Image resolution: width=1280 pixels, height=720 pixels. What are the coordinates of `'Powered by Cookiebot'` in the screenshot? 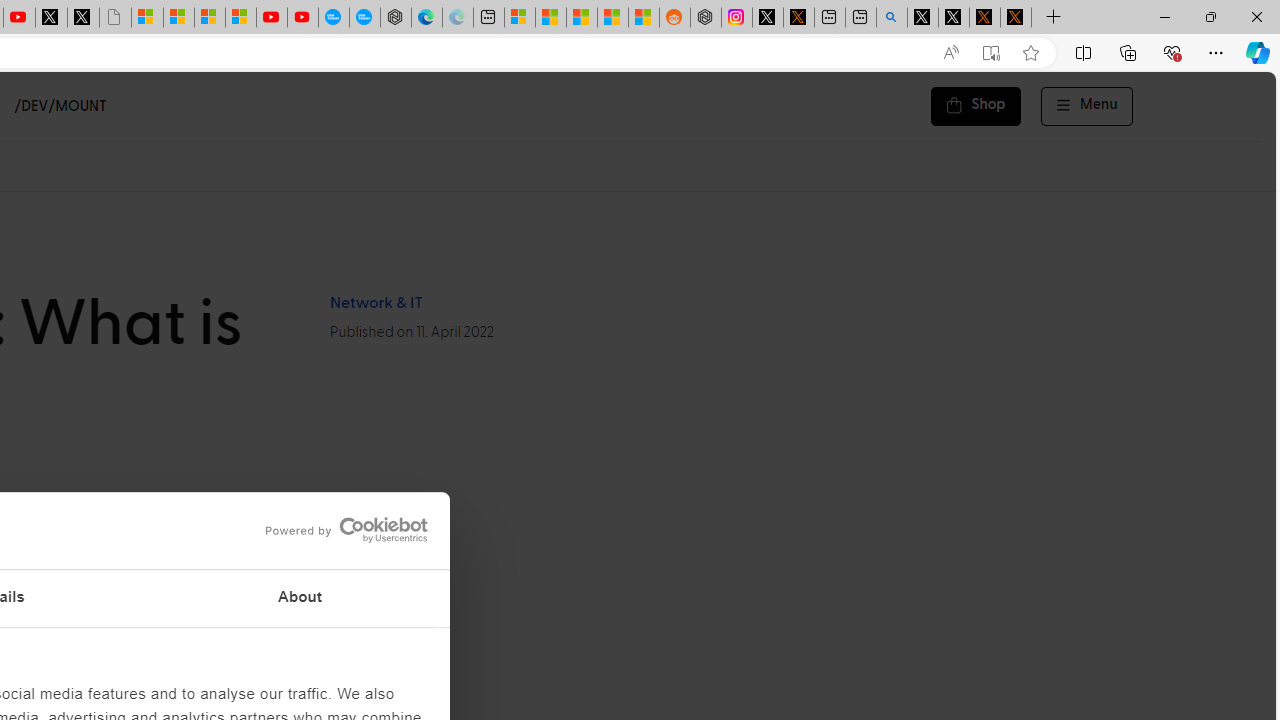 It's located at (346, 529).